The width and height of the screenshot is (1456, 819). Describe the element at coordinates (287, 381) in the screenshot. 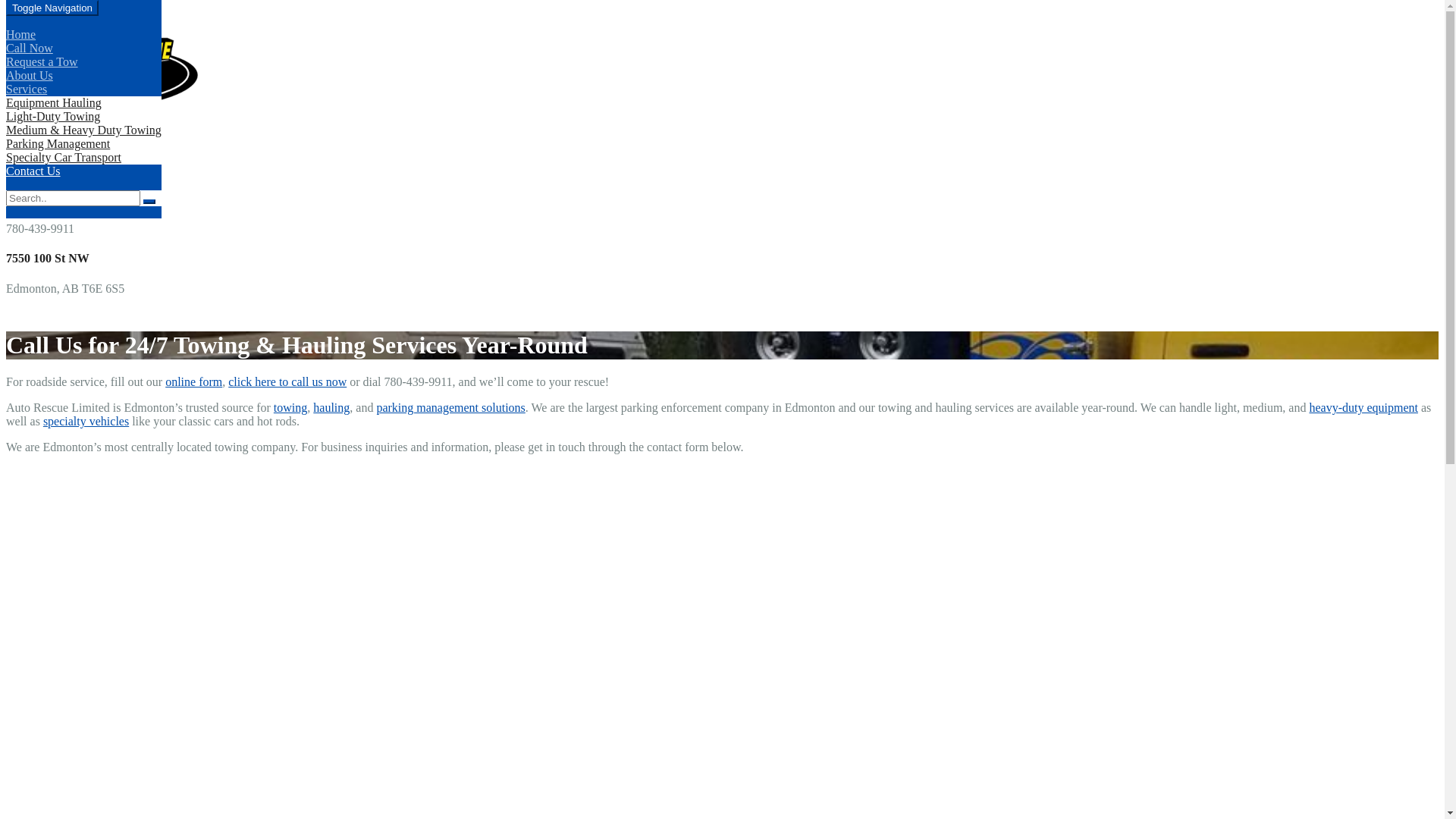

I see `'click here to call us now'` at that location.